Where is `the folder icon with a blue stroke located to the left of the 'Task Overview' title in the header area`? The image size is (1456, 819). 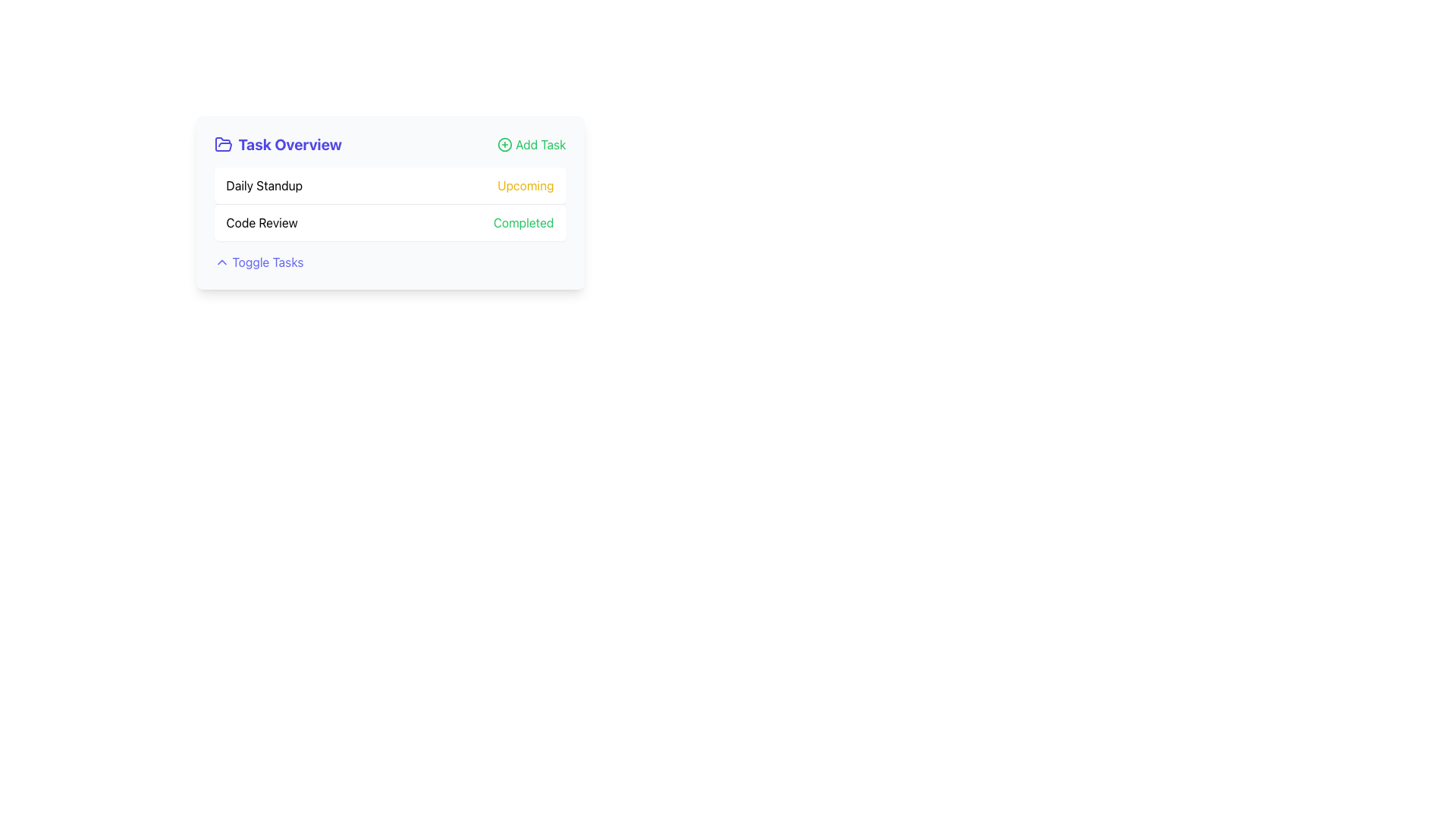 the folder icon with a blue stroke located to the left of the 'Task Overview' title in the header area is located at coordinates (222, 145).